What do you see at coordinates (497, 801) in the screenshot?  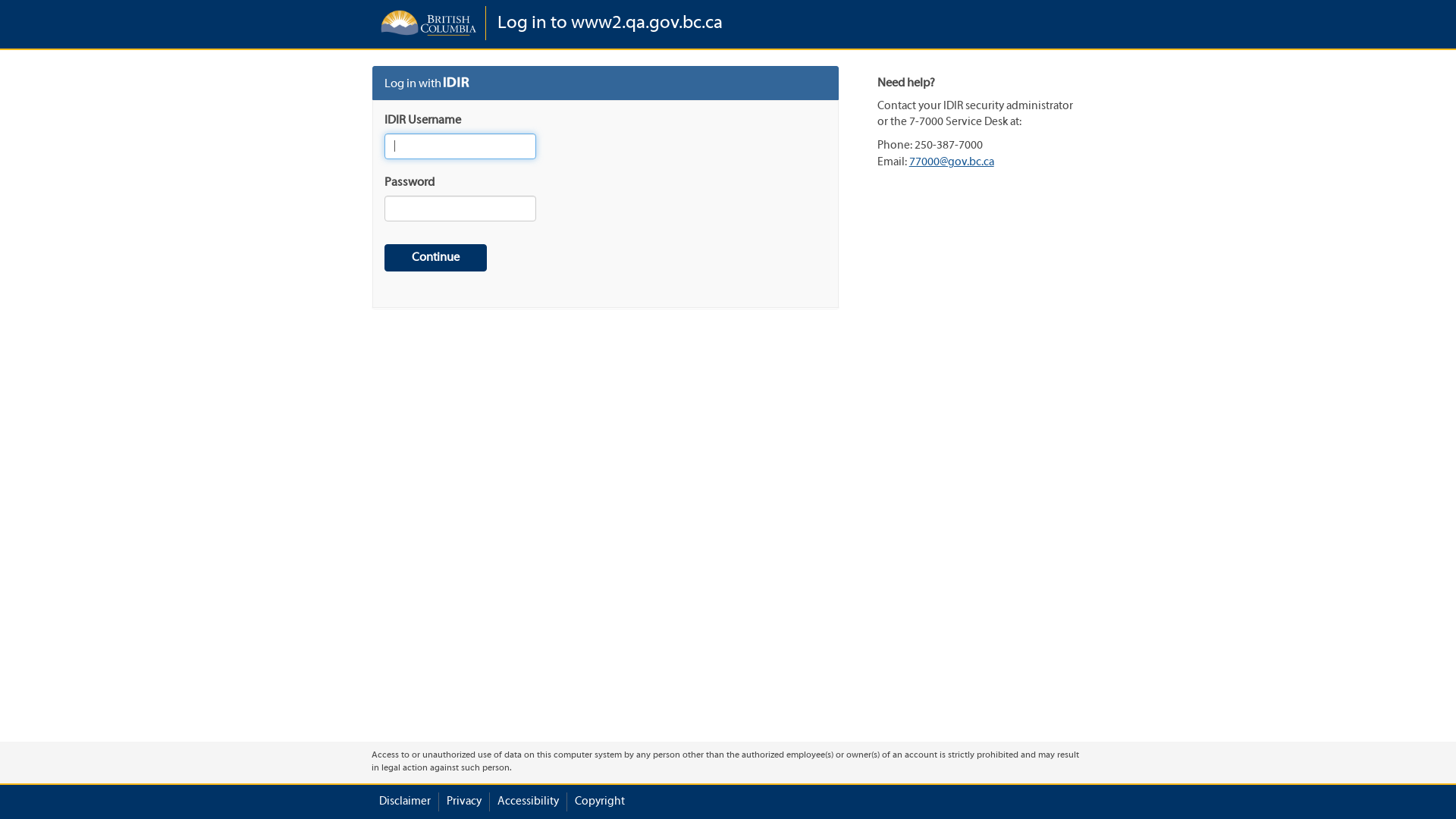 I see `'Accessibility'` at bounding box center [497, 801].